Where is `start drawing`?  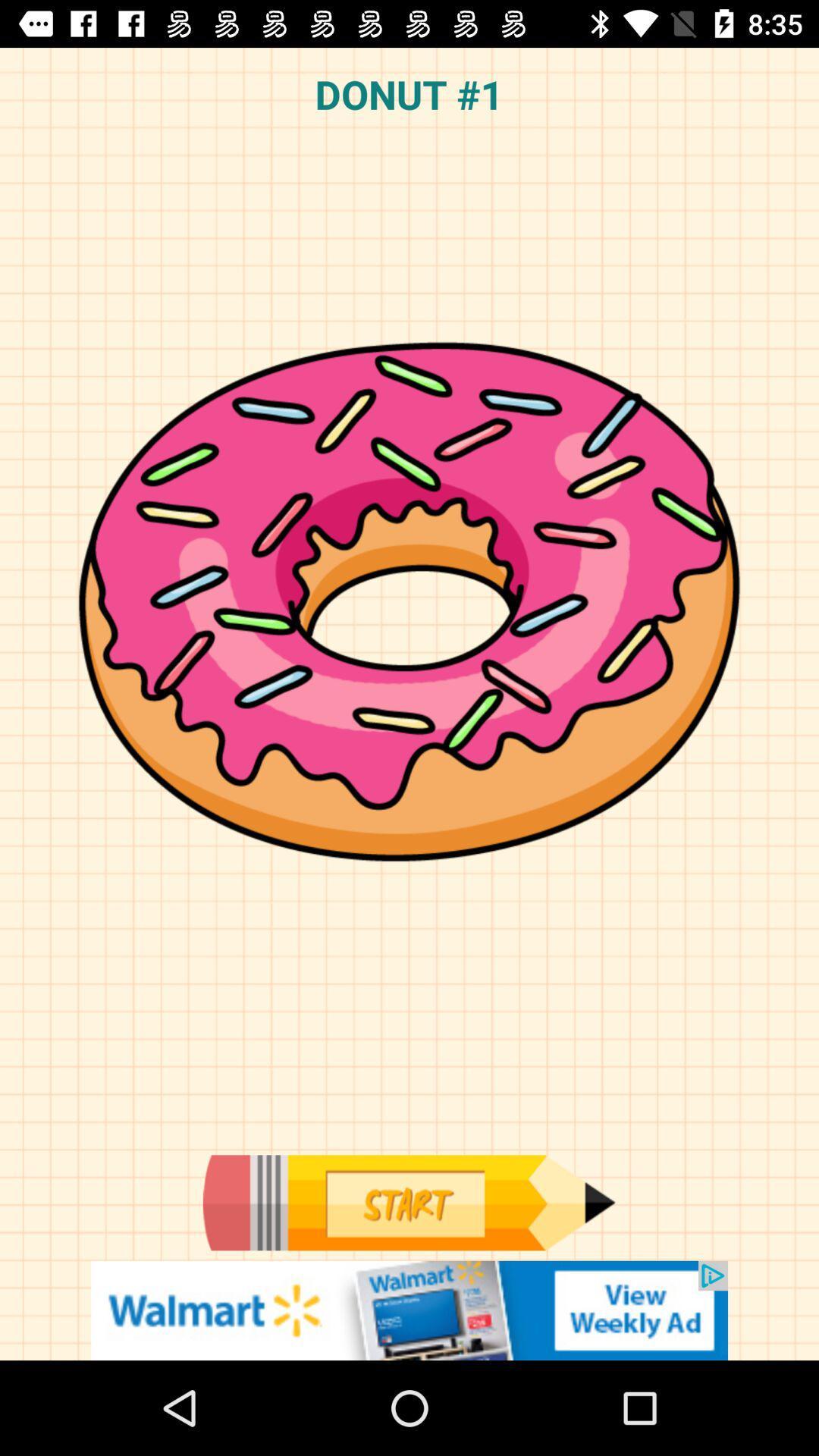
start drawing is located at coordinates (408, 1202).